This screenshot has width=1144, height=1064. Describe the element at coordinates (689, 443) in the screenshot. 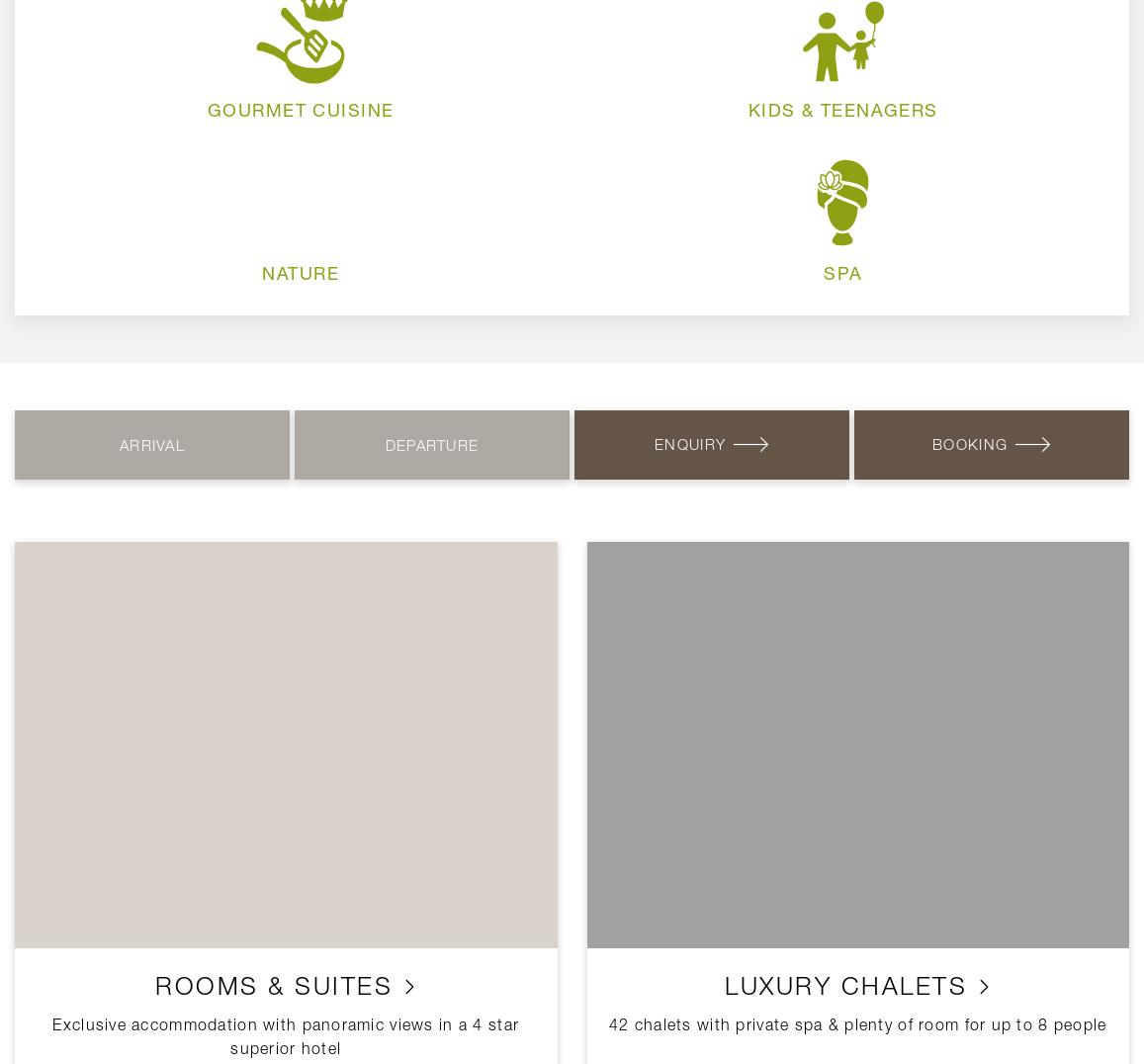

I see `'Enquiry'` at that location.